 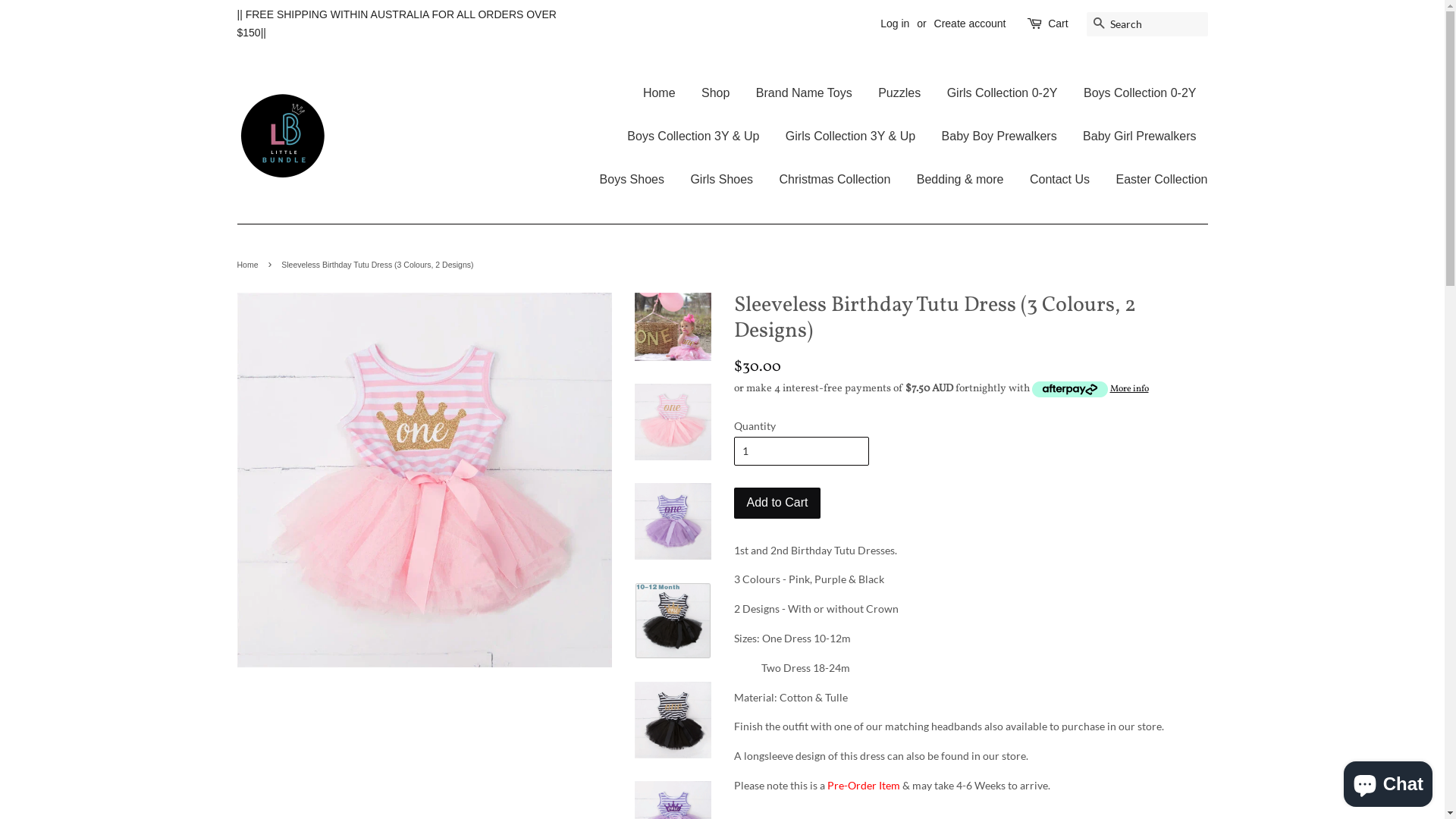 What do you see at coordinates (720, 178) in the screenshot?
I see `'Girls Shoes'` at bounding box center [720, 178].